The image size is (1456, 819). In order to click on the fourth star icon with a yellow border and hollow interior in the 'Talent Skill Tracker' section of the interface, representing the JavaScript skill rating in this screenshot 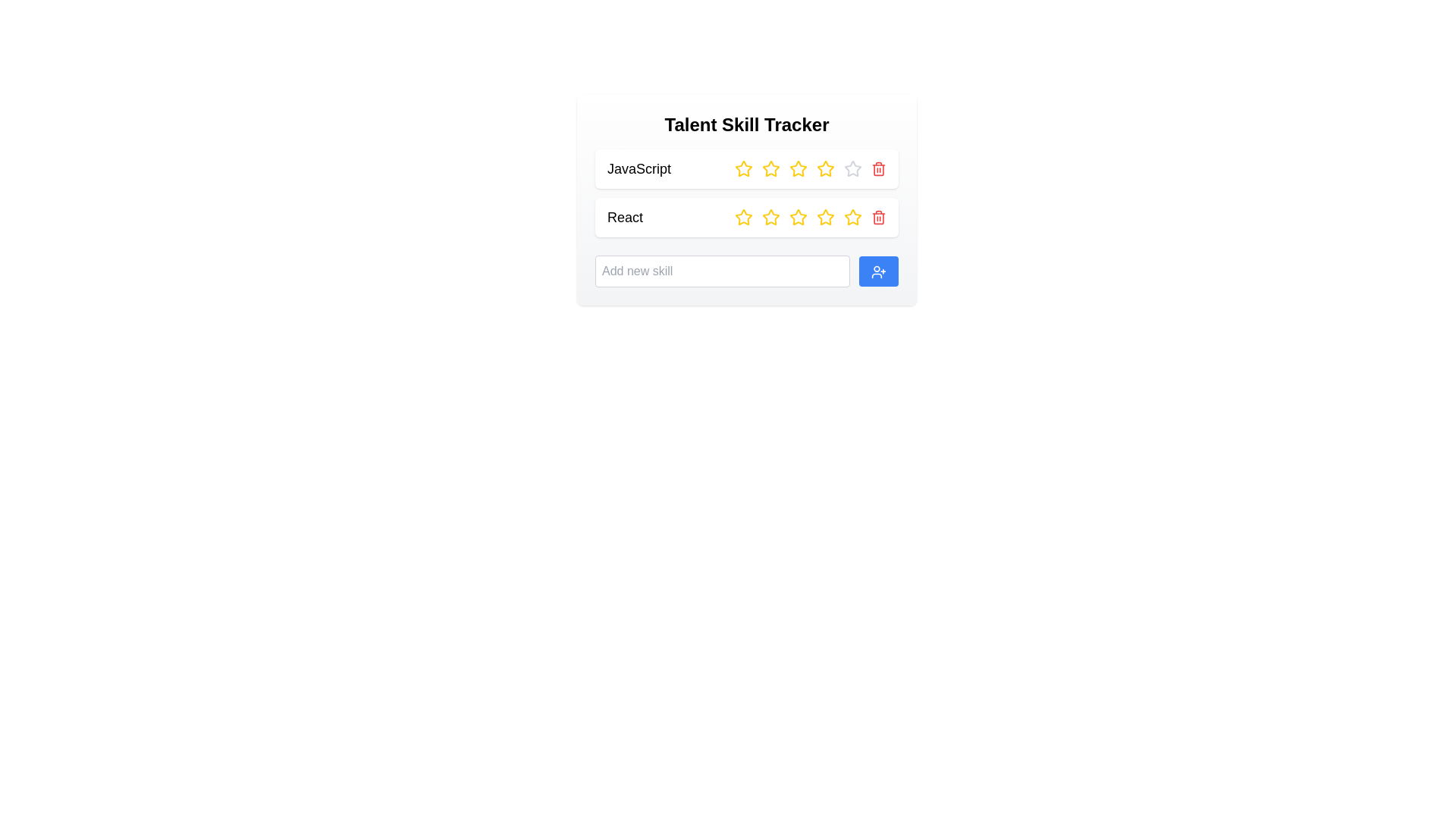, I will do `click(797, 169)`.